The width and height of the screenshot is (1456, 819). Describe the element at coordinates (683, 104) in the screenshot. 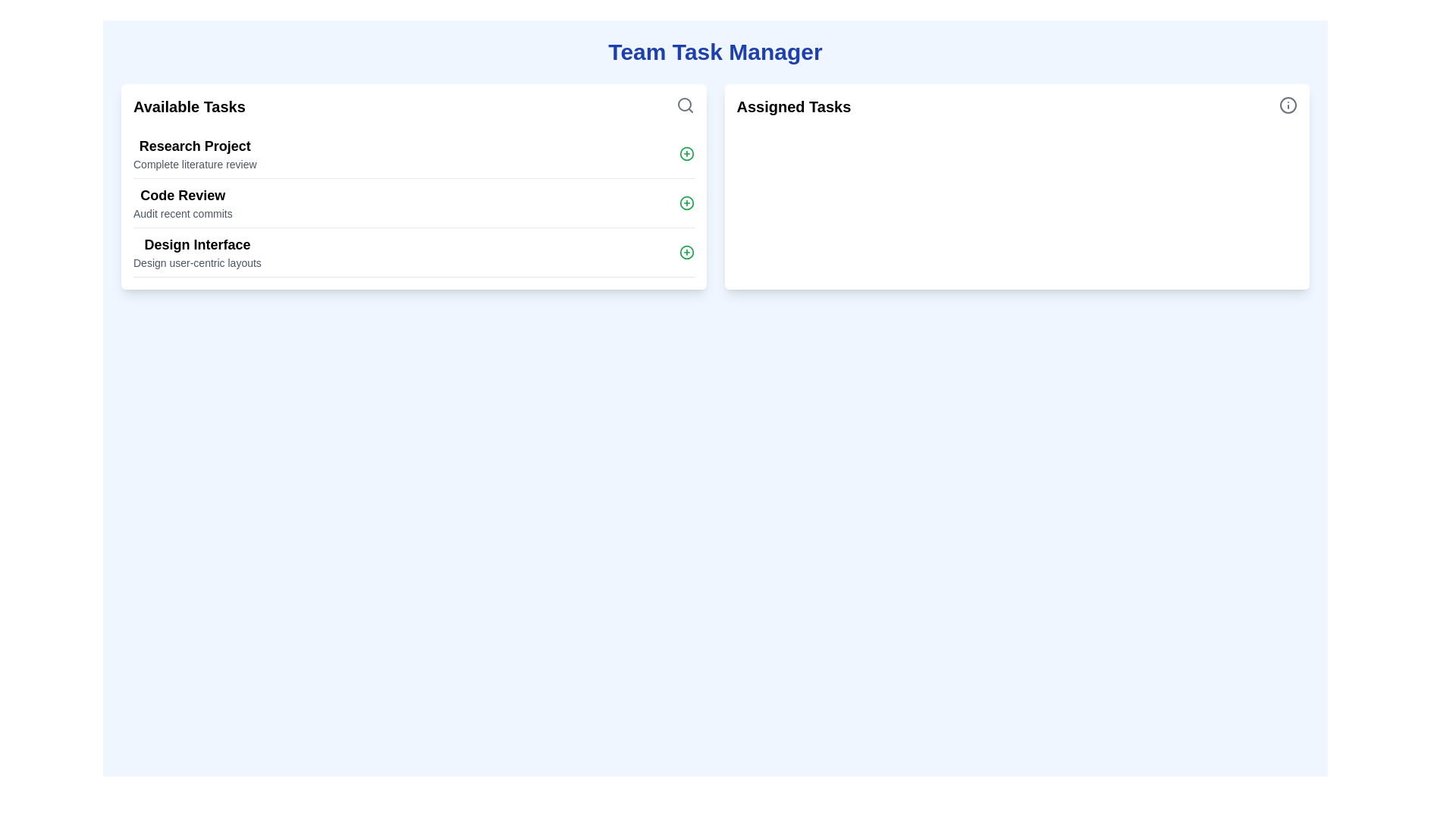

I see `the circular SVG element that is part of the 'search' icon, located in the top-right corner of the 'Available Tasks' card` at that location.